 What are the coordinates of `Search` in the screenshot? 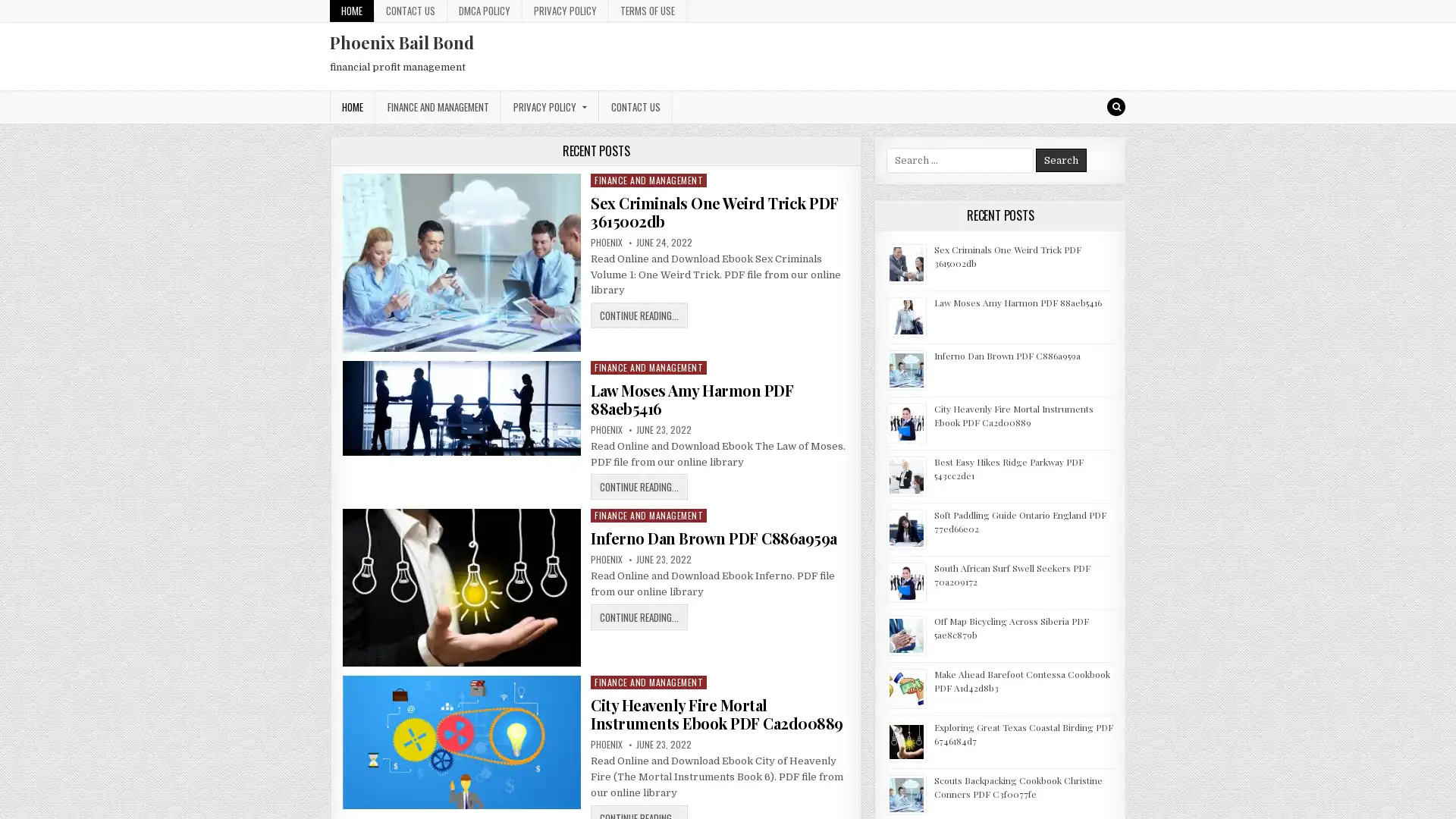 It's located at (1060, 160).